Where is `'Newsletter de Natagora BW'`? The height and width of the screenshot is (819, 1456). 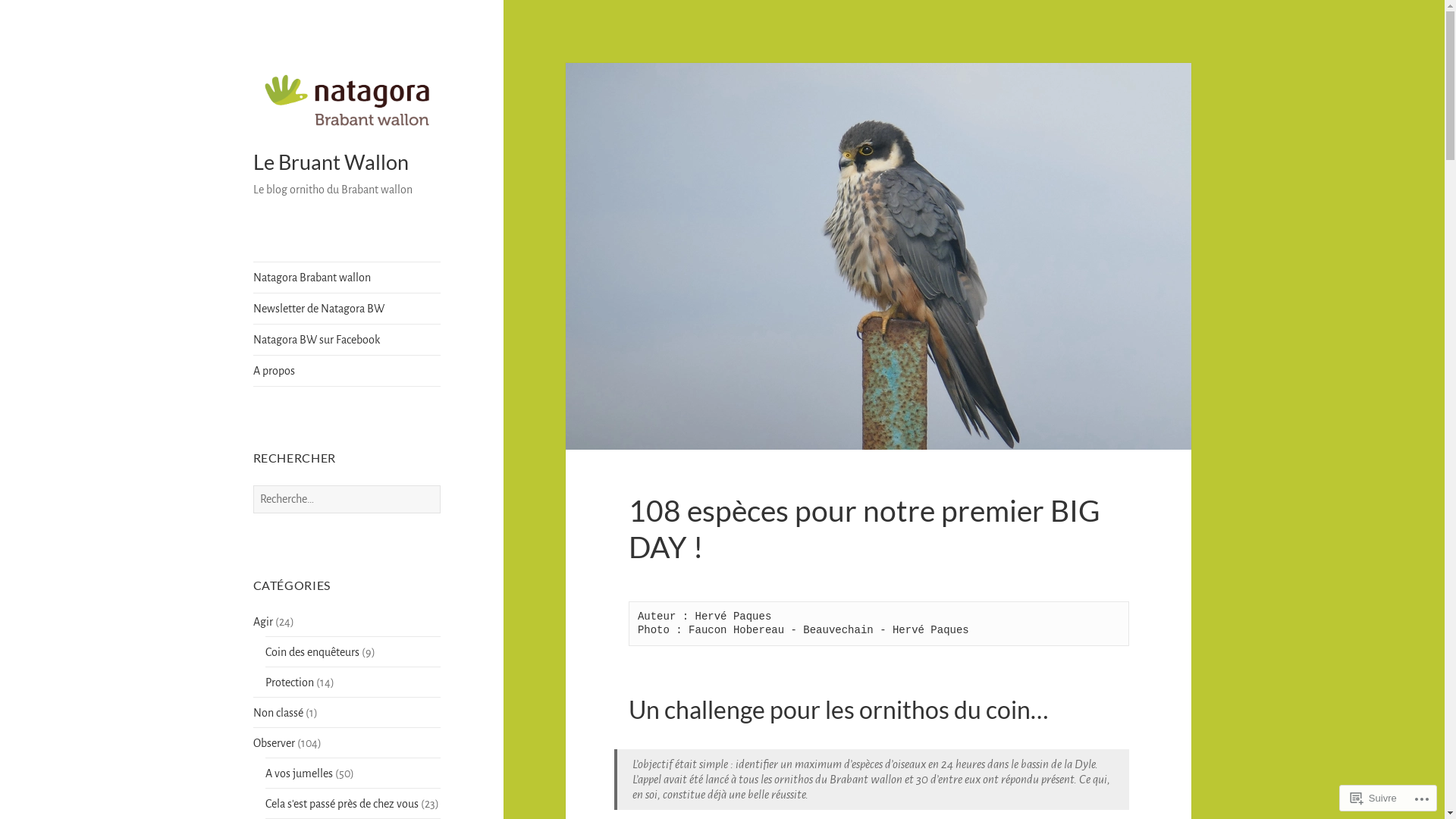 'Newsletter de Natagora BW' is located at coordinates (253, 308).